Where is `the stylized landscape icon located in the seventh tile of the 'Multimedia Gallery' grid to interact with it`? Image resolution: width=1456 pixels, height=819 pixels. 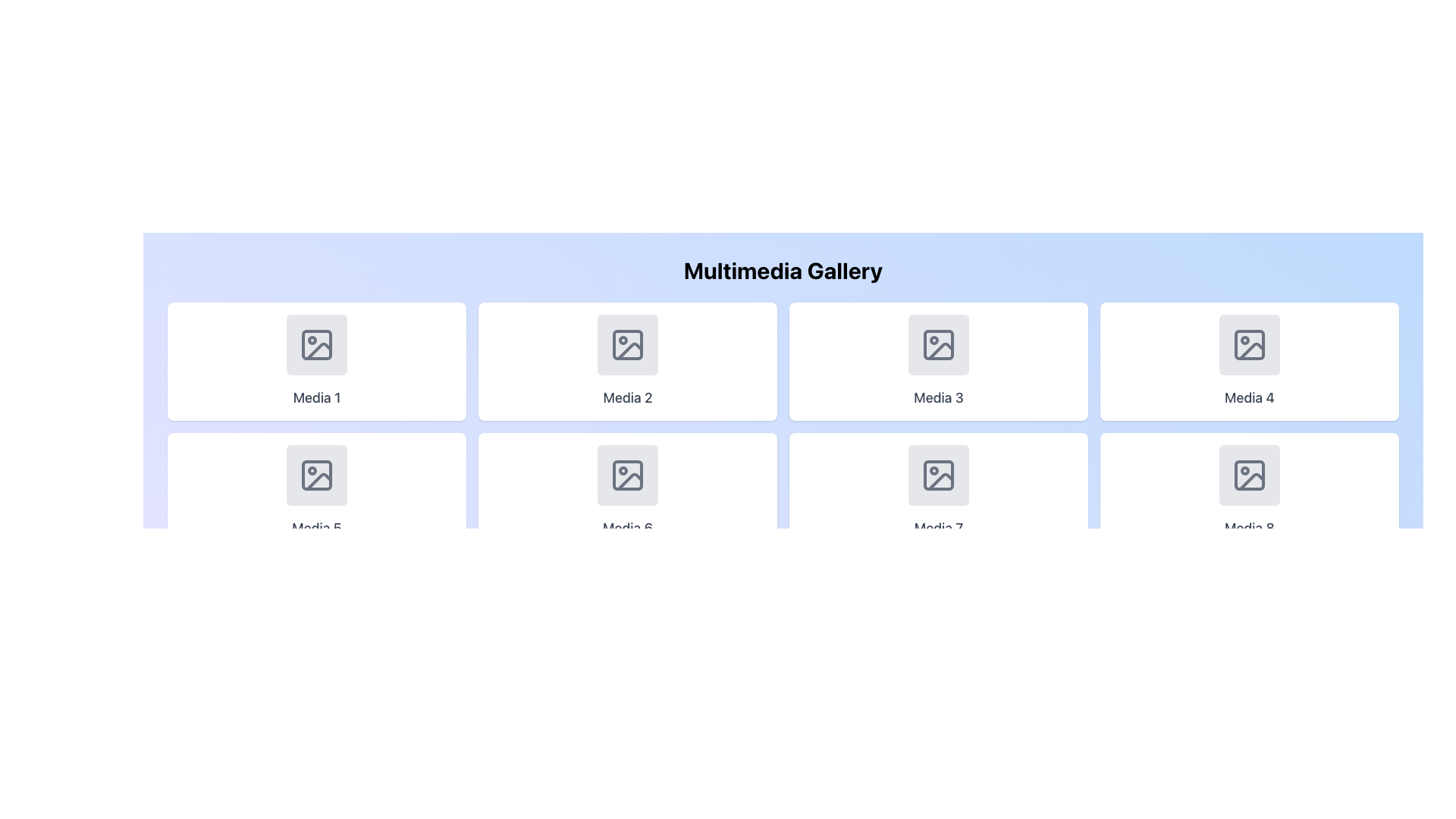
the stylized landscape icon located in the seventh tile of the 'Multimedia Gallery' grid to interact with it is located at coordinates (938, 475).